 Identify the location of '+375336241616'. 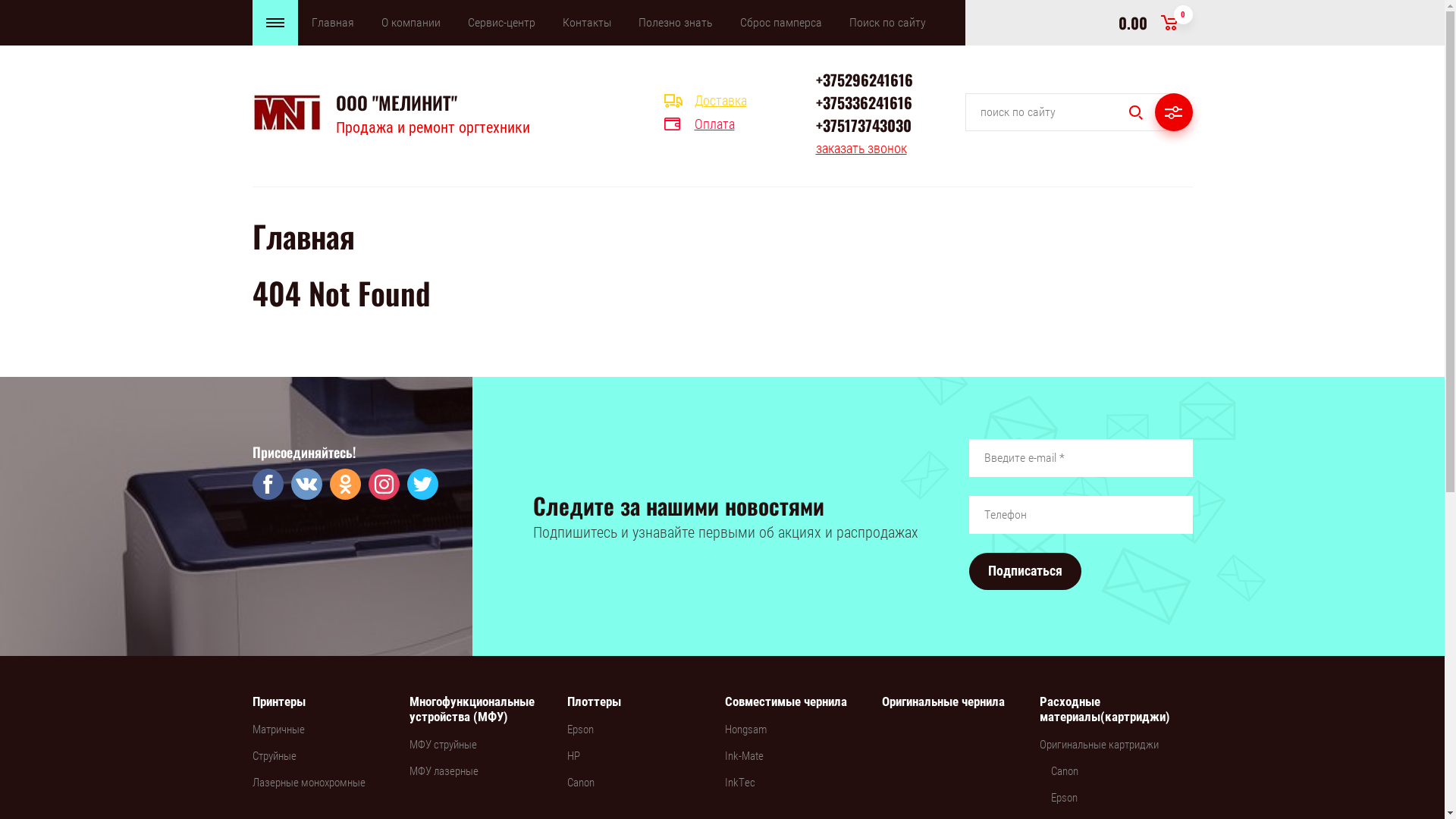
(814, 102).